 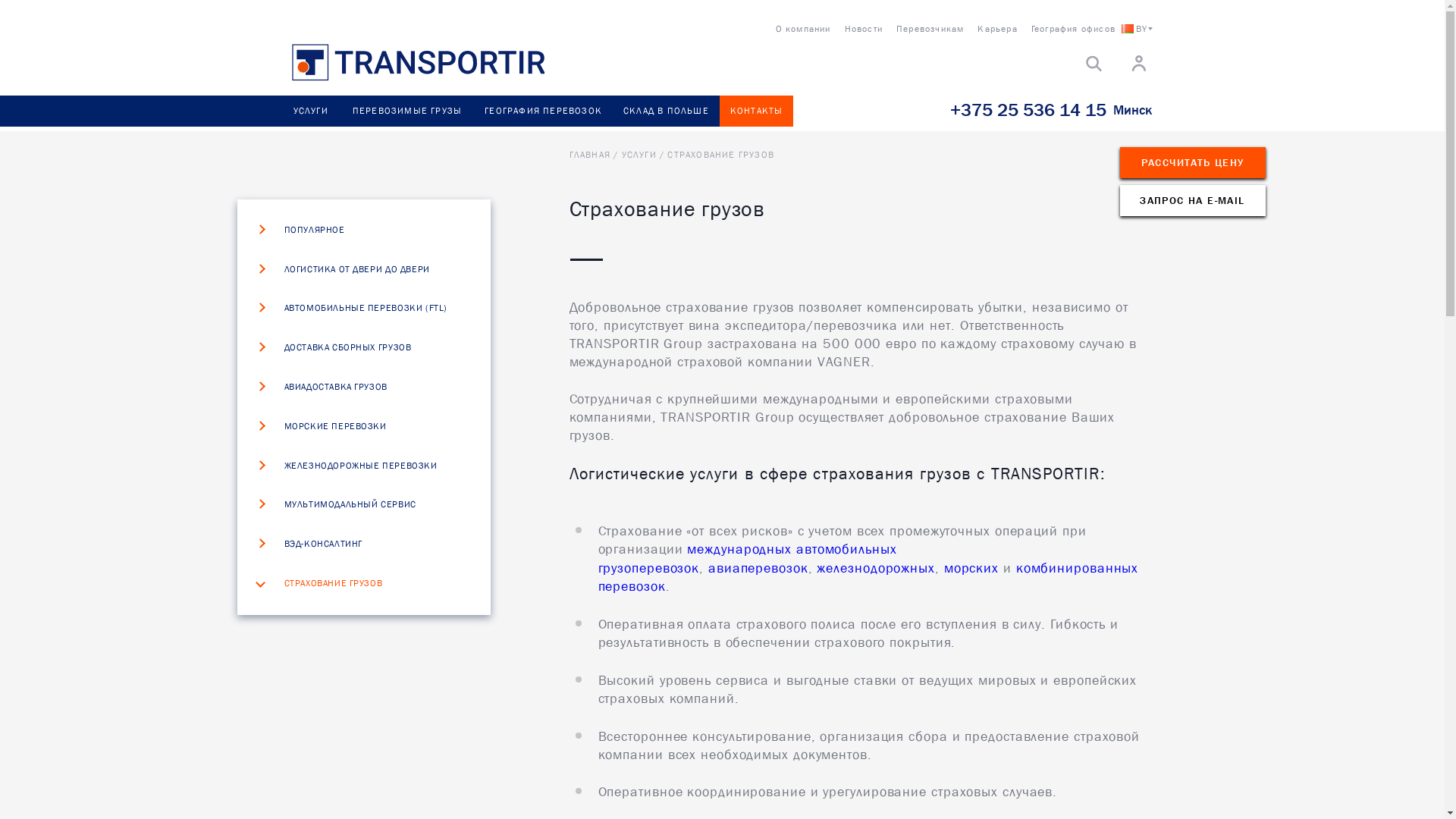 What do you see at coordinates (1027, 109) in the screenshot?
I see `'+375 25 536 14 15'` at bounding box center [1027, 109].